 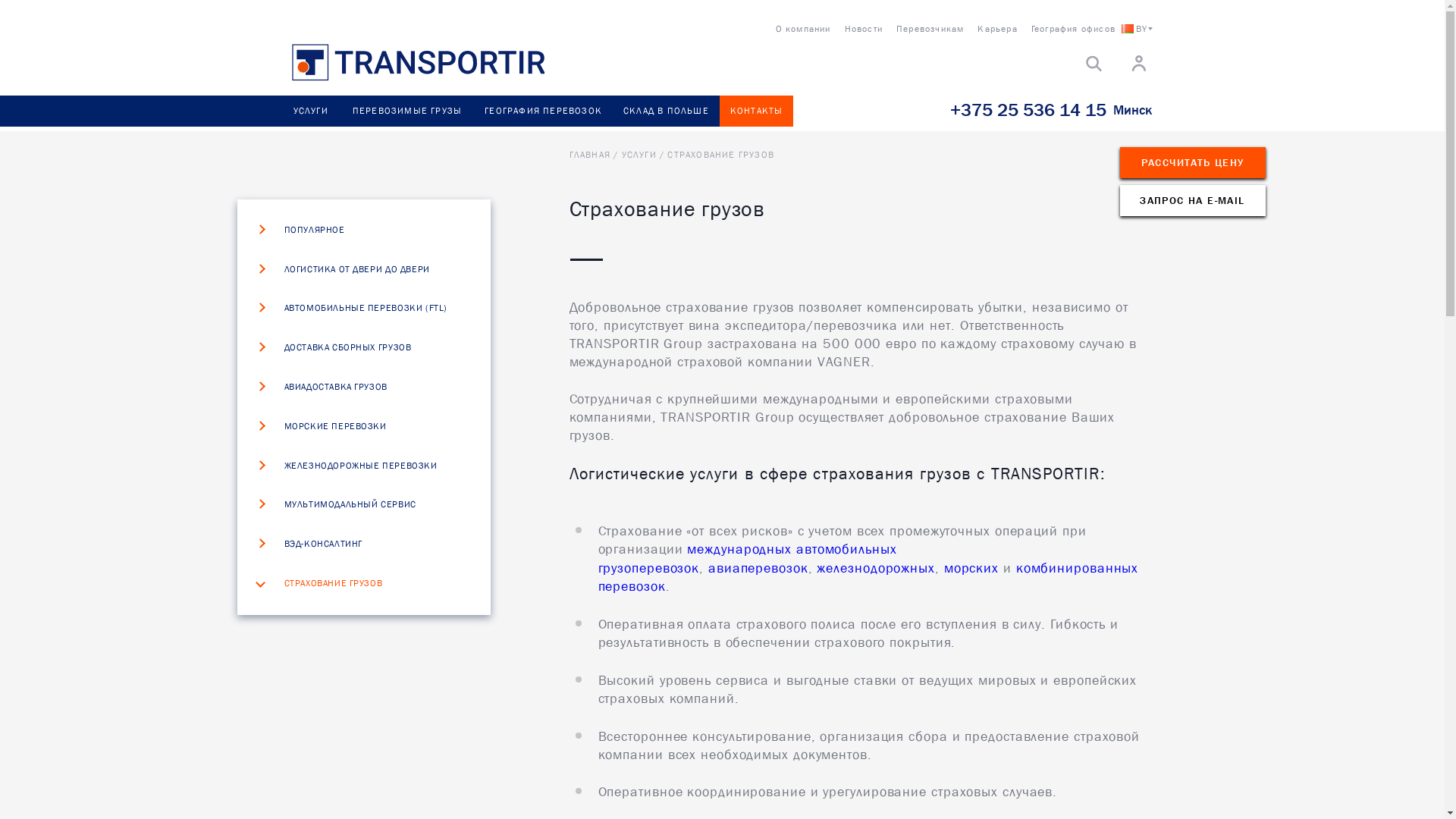 What do you see at coordinates (1027, 109) in the screenshot?
I see `'+375 25 536 14 15'` at bounding box center [1027, 109].